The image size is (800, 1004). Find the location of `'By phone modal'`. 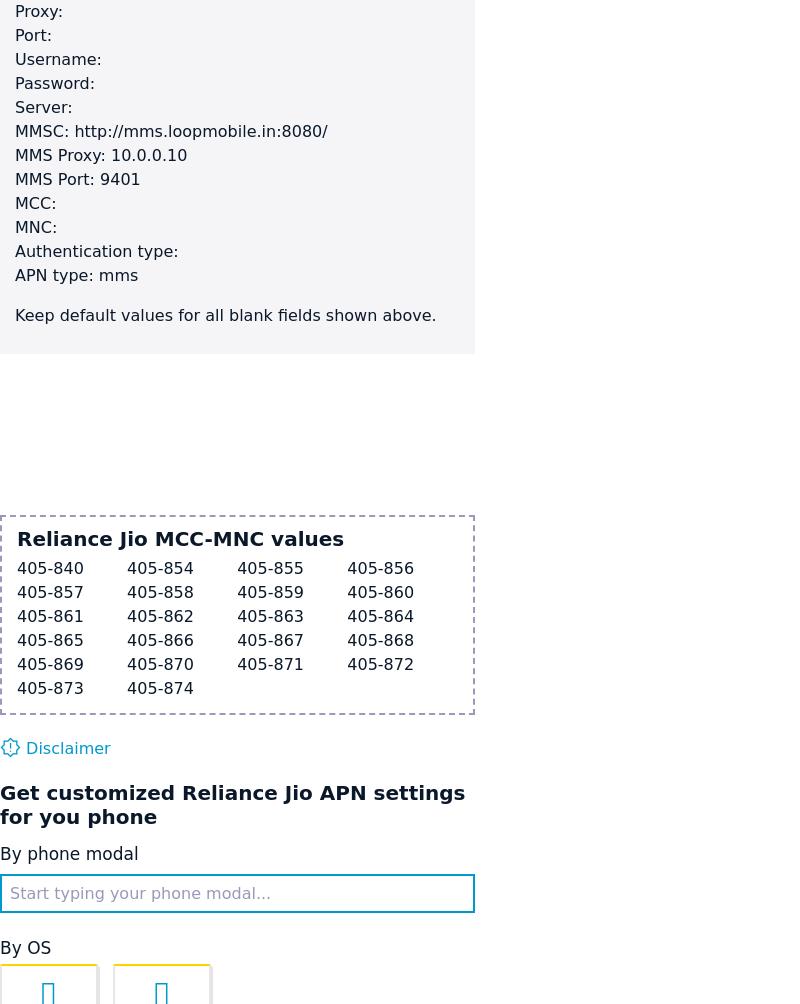

'By phone modal' is located at coordinates (68, 854).